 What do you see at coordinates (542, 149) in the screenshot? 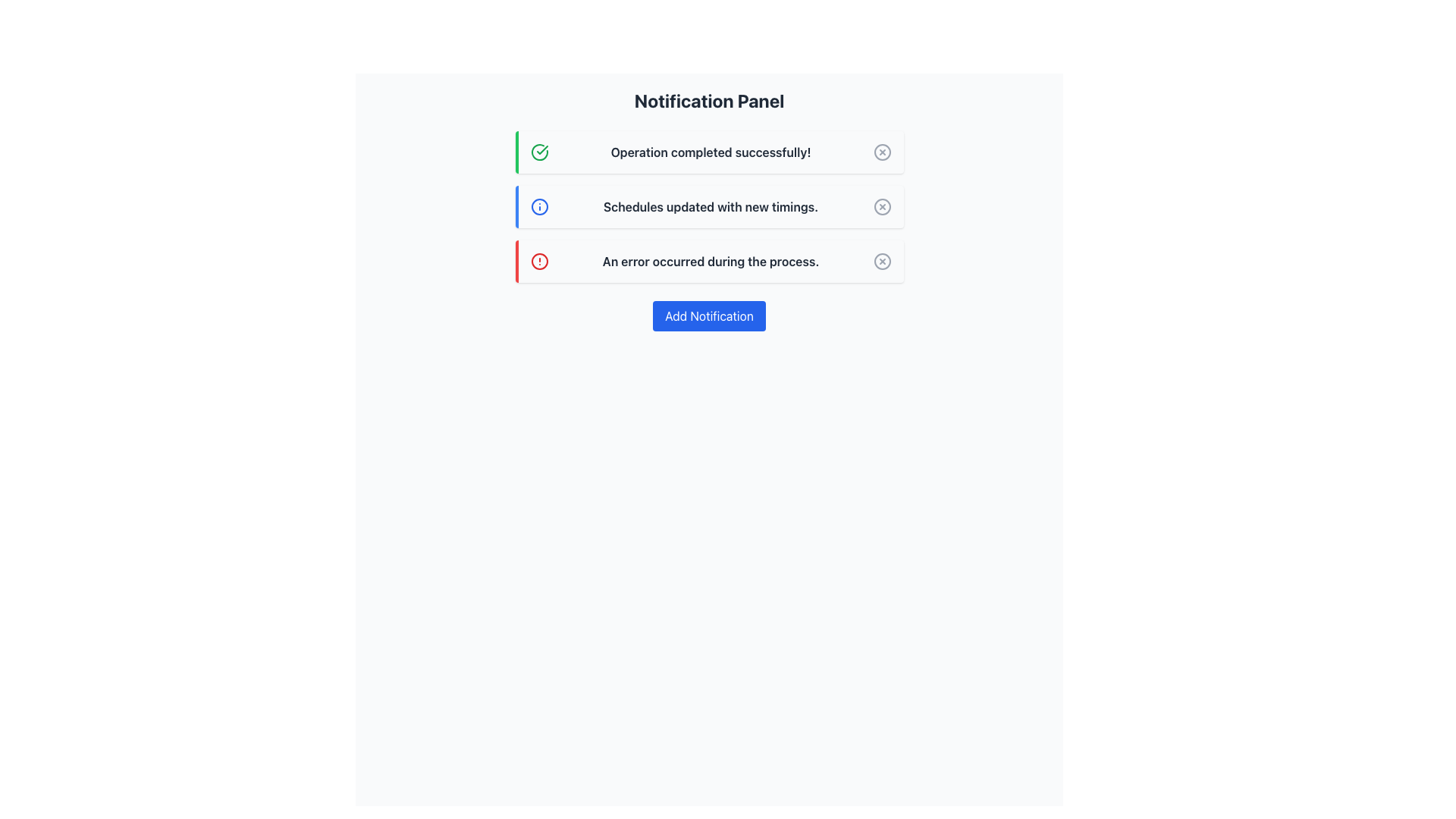
I see `the success status icon located within a circular SVG graphic to the left of the text 'Operation completed successfully!' in the first notification panel entry` at bounding box center [542, 149].